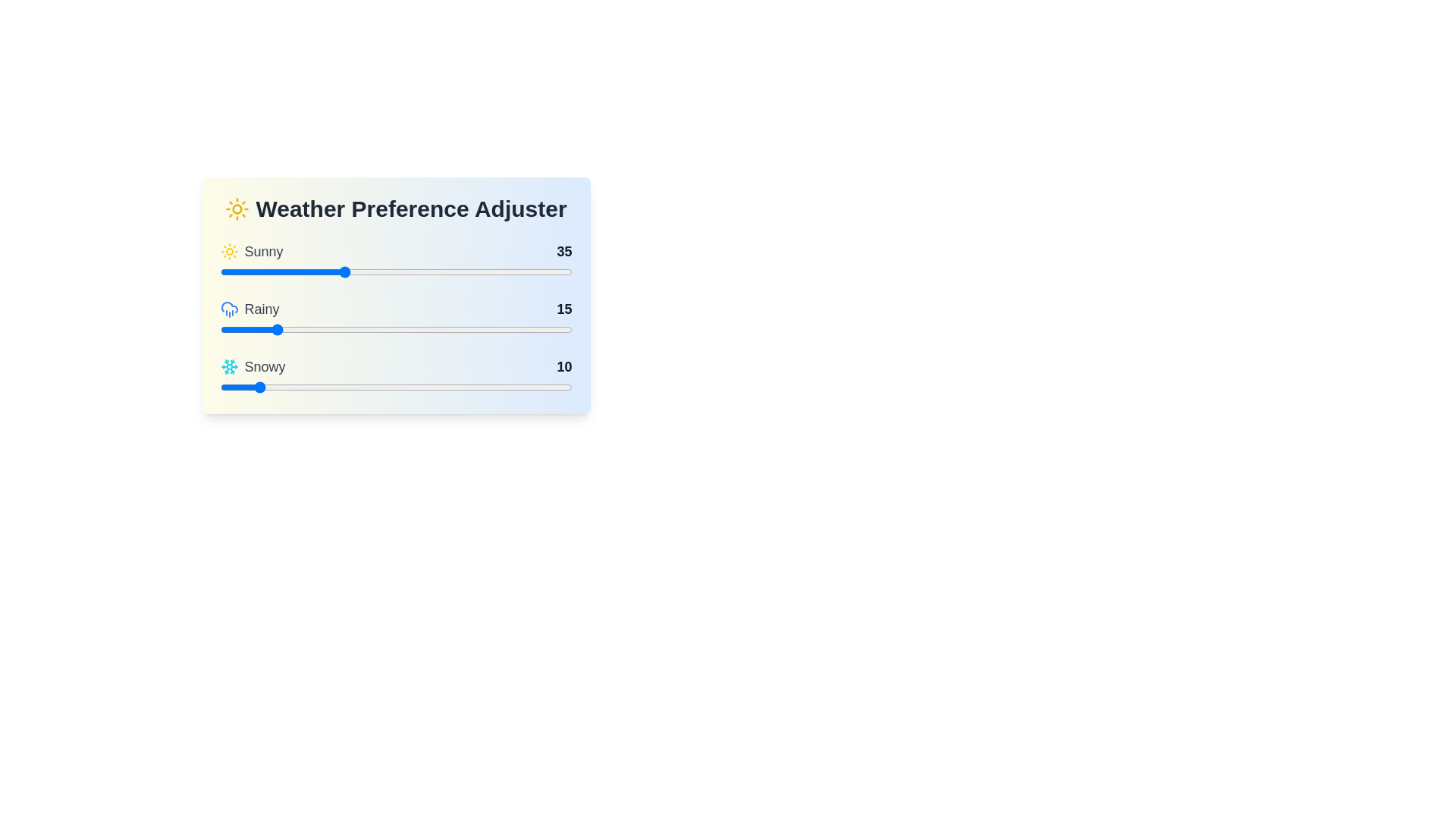 This screenshot has width=1456, height=819. I want to click on the slider for 'Rainy' to set its value to 6, so click(240, 329).